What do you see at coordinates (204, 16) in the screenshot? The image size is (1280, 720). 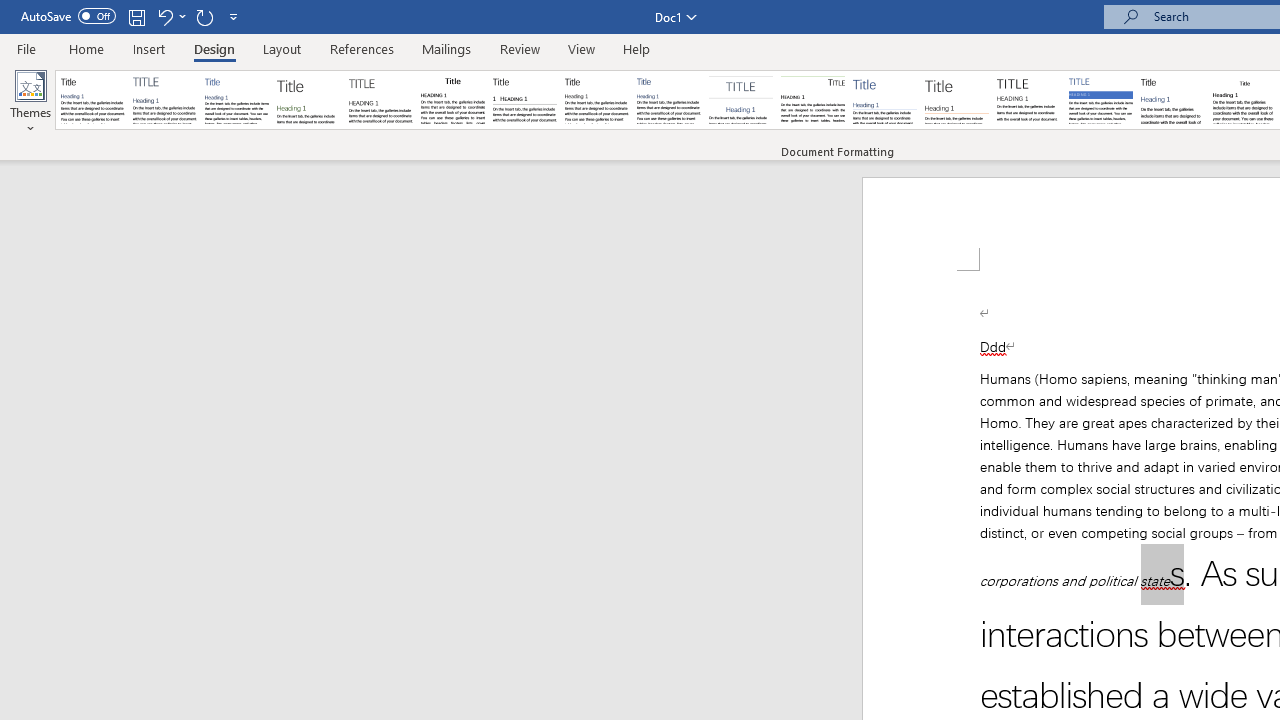 I see `'Repeat Accessibility Checker'` at bounding box center [204, 16].